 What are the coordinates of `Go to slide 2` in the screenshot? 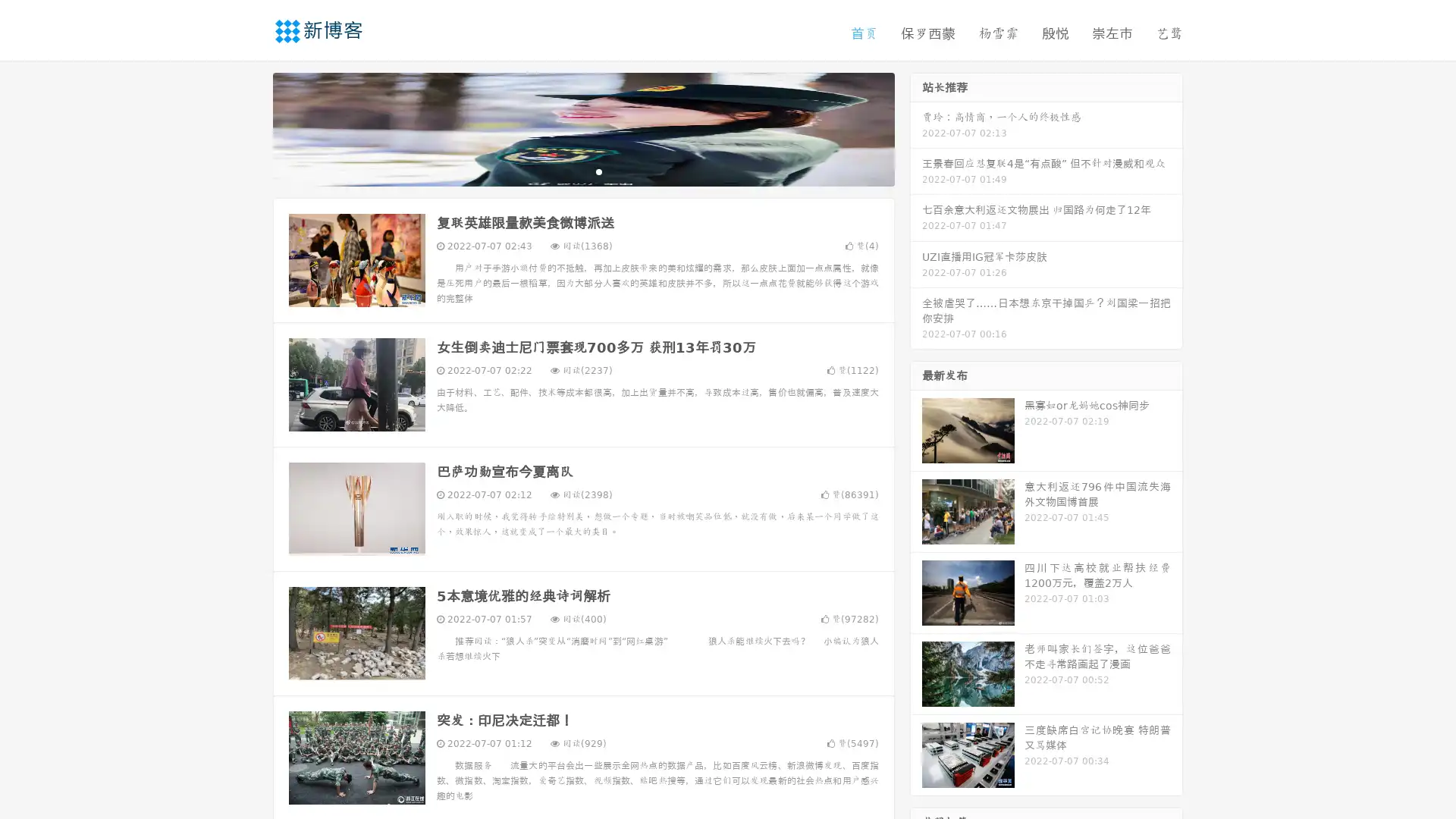 It's located at (582, 171).